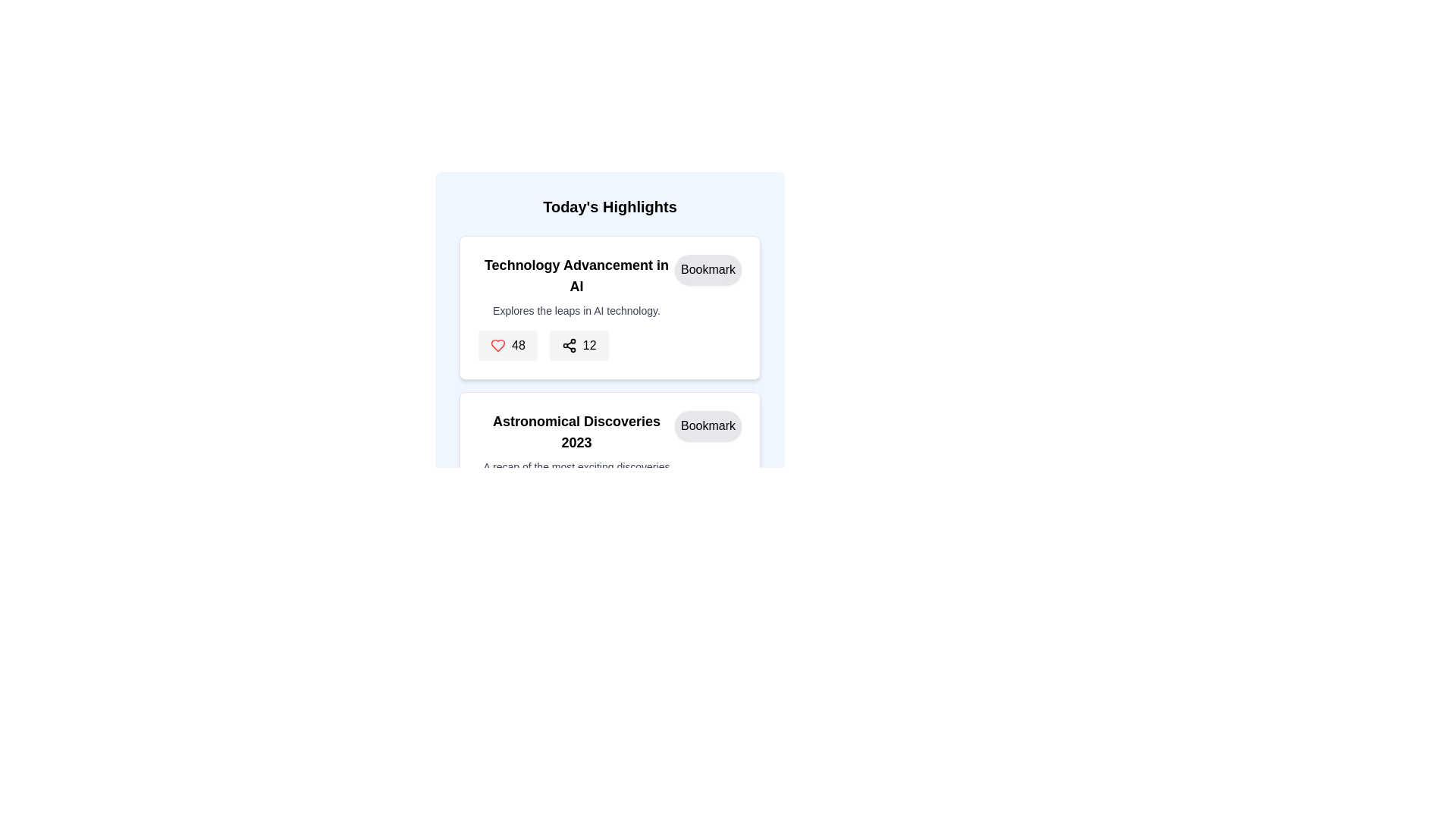 Image resolution: width=1456 pixels, height=819 pixels. Describe the element at coordinates (576, 432) in the screenshot. I see `the text label containing 'Astronomical Discoveries 2023', which is styled in a large, bold font and located at the top of the second card in a vertically stacked list of cards` at that location.